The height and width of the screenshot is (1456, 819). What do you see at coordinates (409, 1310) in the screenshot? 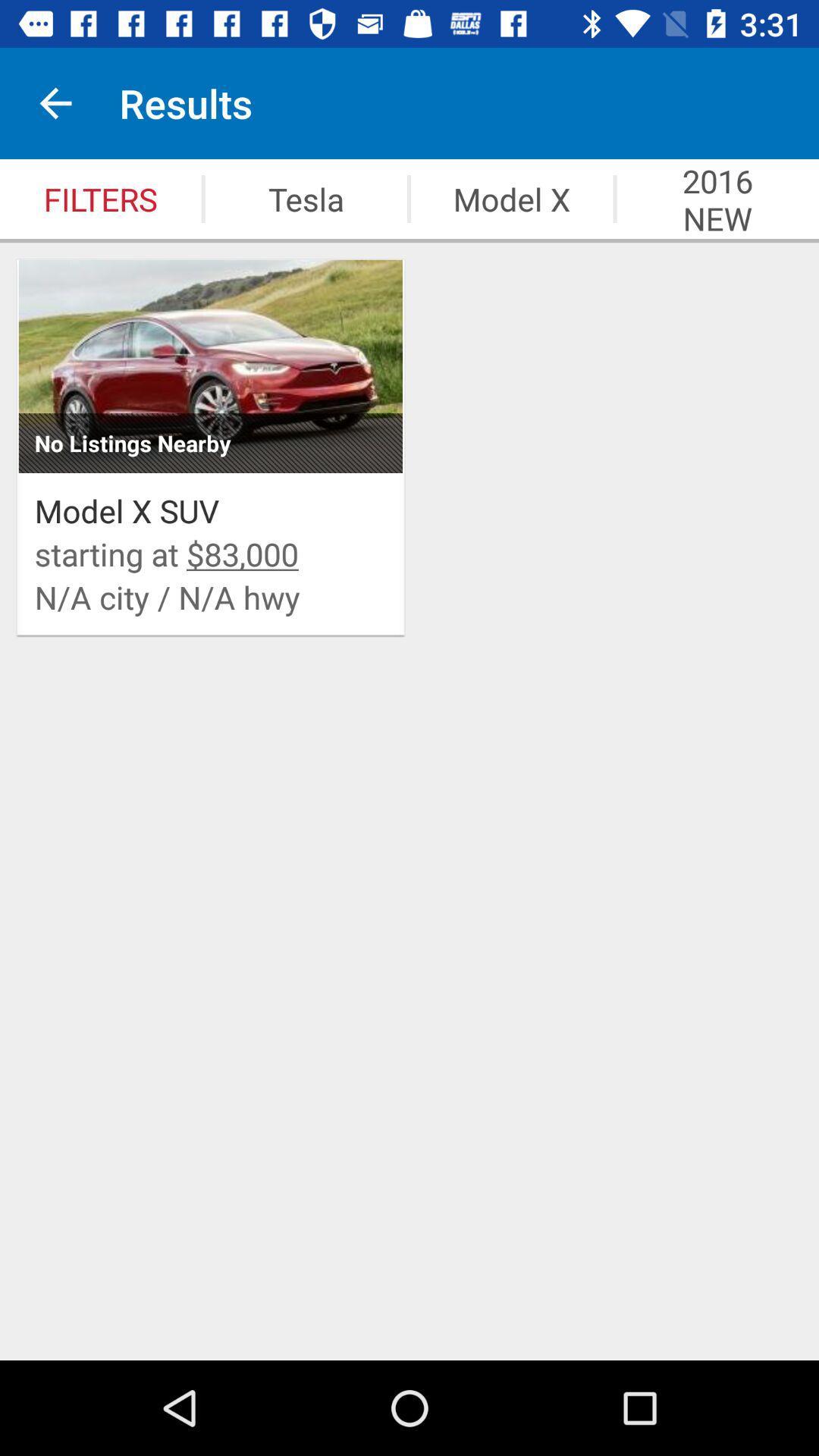
I see `item below the n a city icon` at bounding box center [409, 1310].